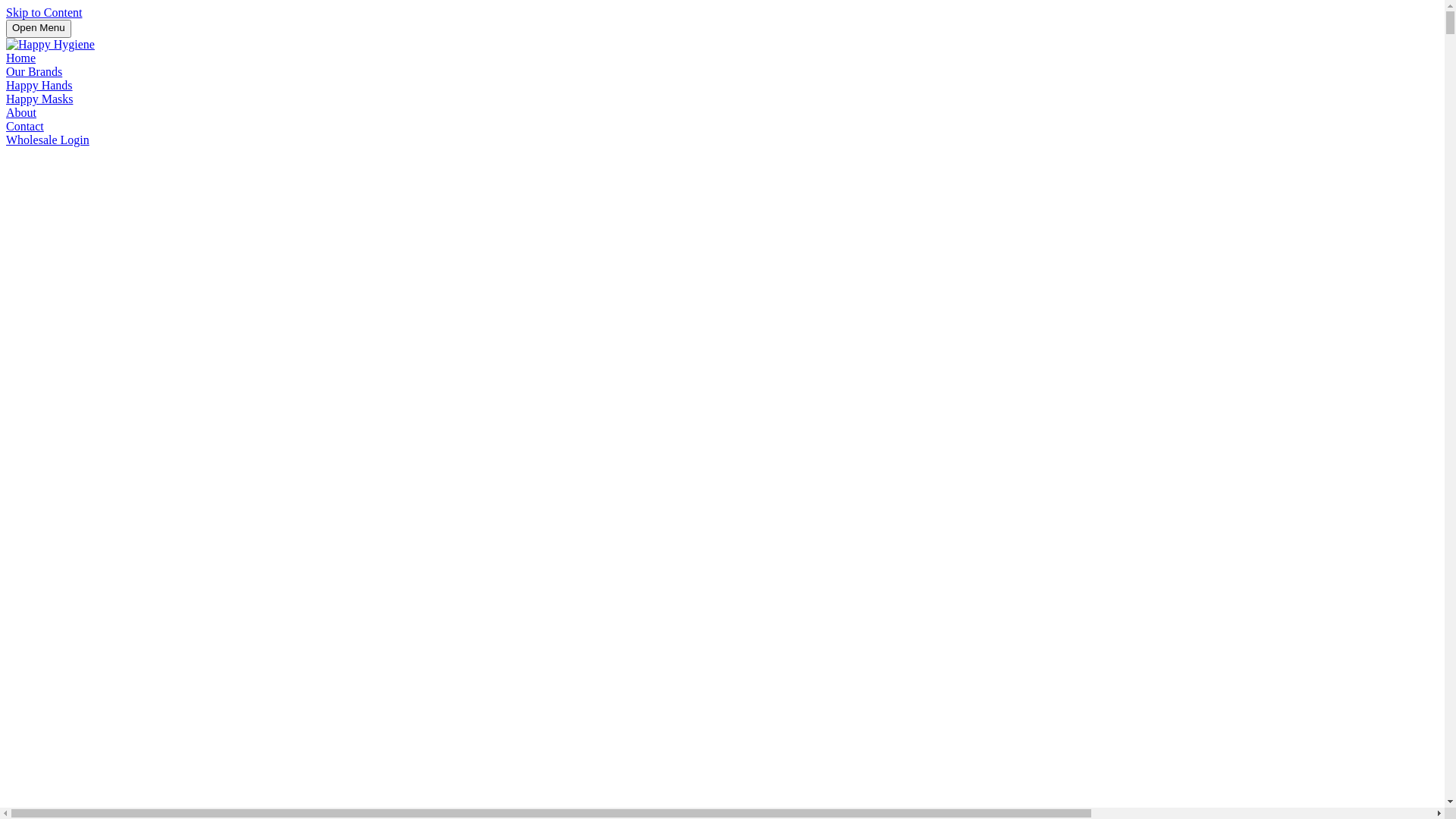  I want to click on 'Home', so click(6, 57).